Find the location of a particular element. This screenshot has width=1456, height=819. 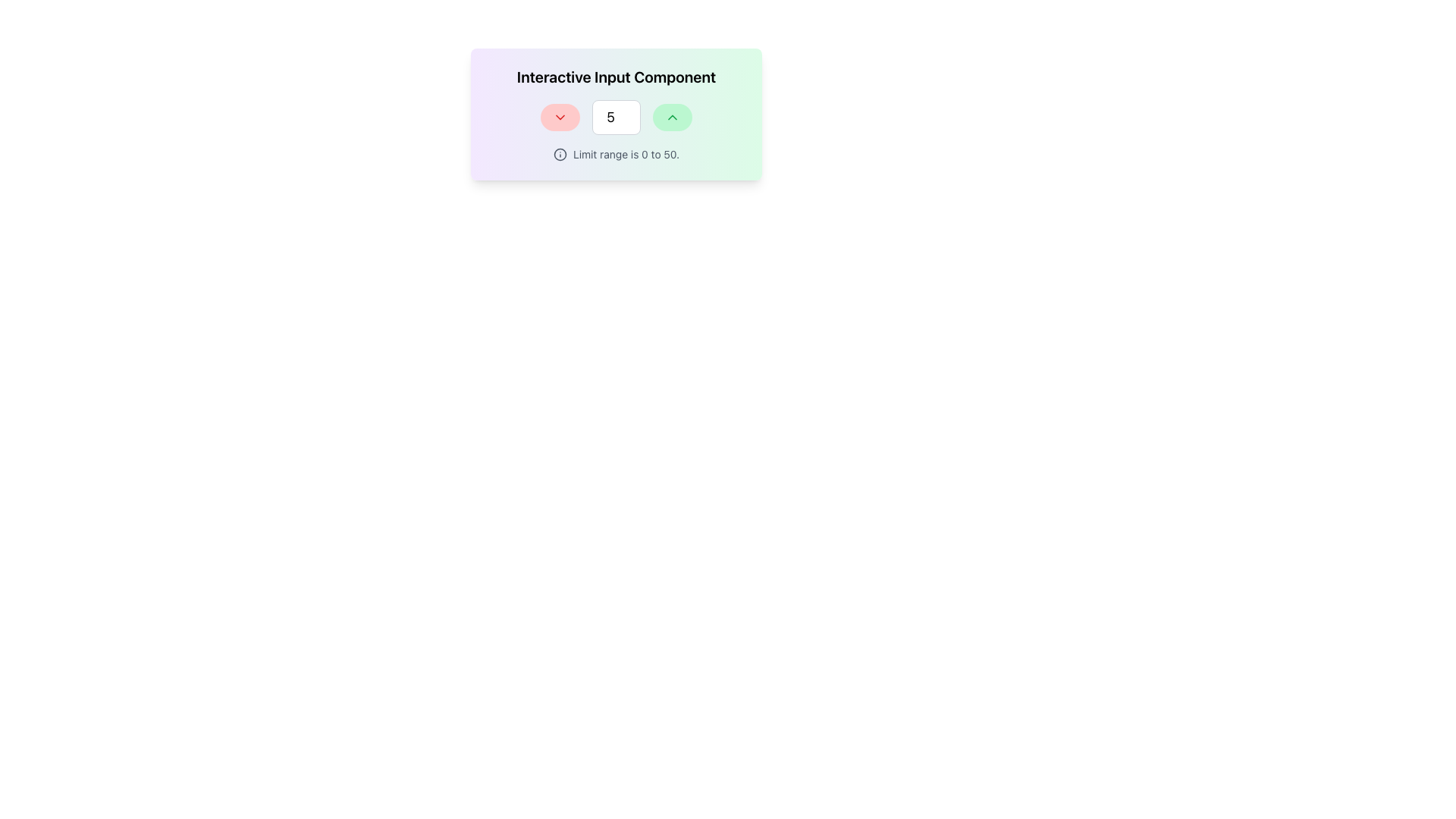

text from the Static Text Header that displays 'Interactive Input Component', which is styled in bold and large font at the top of the interactive input card is located at coordinates (616, 77).